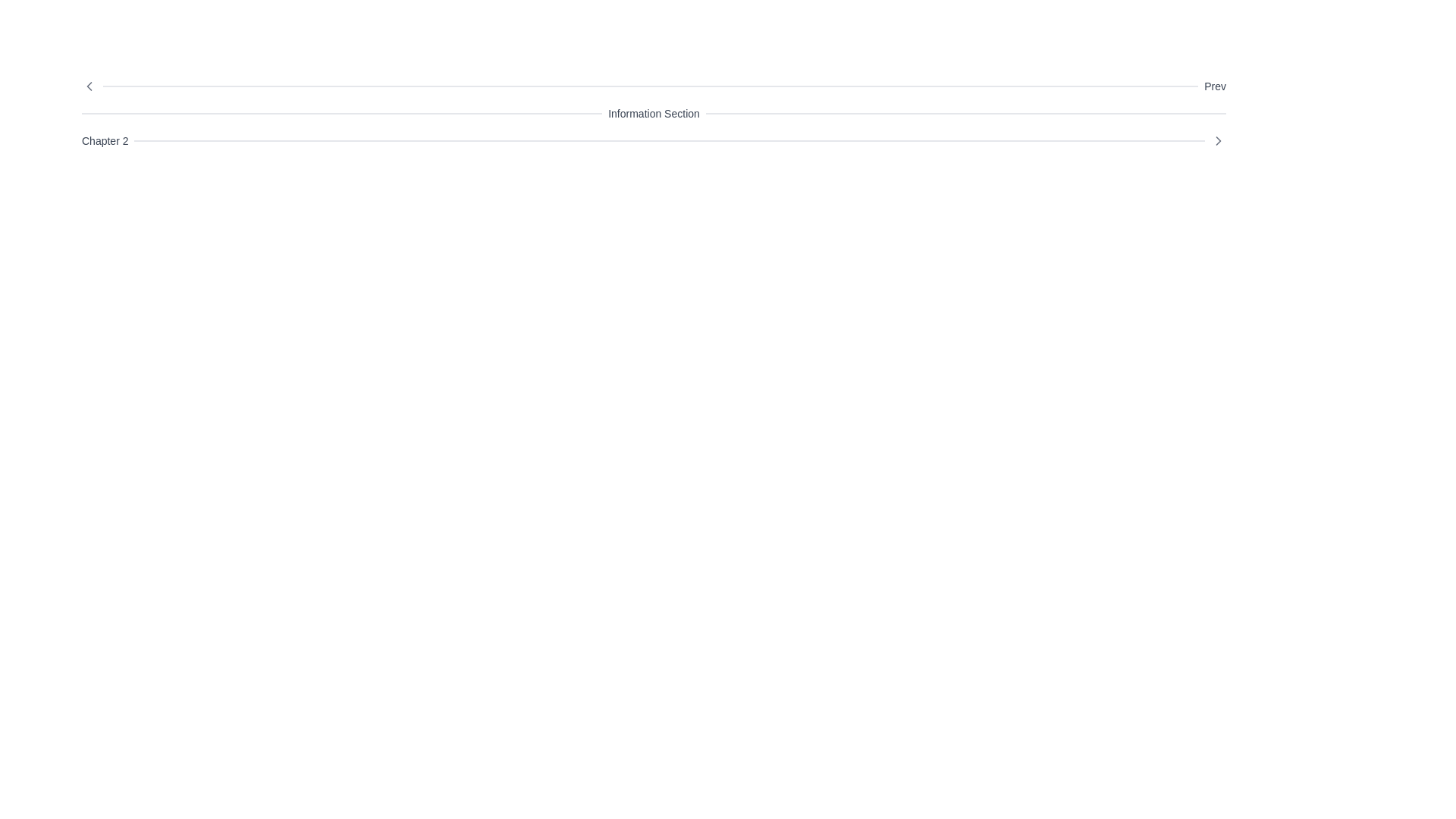 The width and height of the screenshot is (1456, 819). Describe the element at coordinates (104, 140) in the screenshot. I see `the static text label displaying 'Chapter 2' which is positioned at the leftmost part of a horizontal group, aligned with a separator line to its right` at that location.